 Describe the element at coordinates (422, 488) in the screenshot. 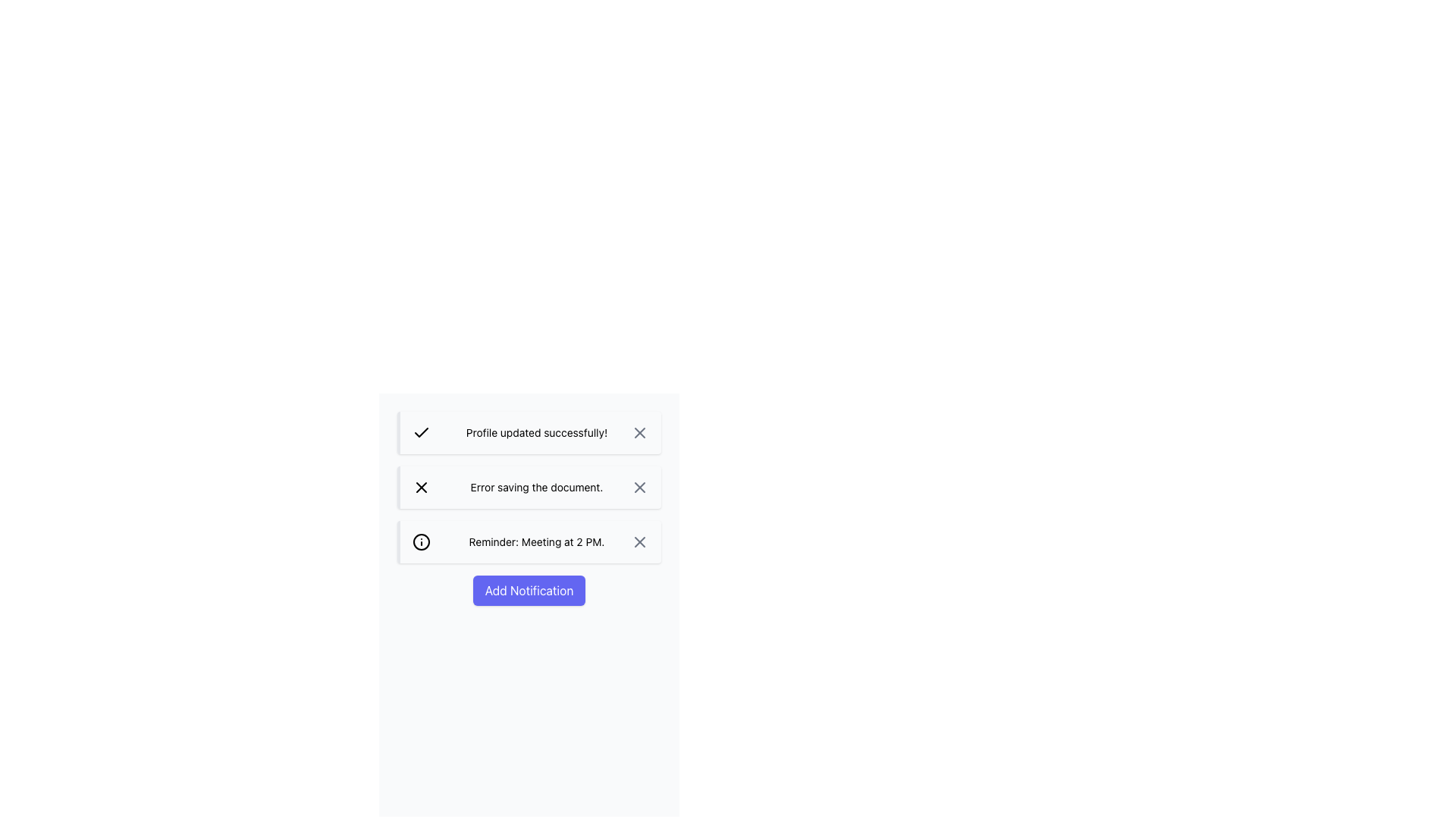

I see `the close button located in the upper-right corner of the notification card that contains the text 'Error saving the document.'` at that location.